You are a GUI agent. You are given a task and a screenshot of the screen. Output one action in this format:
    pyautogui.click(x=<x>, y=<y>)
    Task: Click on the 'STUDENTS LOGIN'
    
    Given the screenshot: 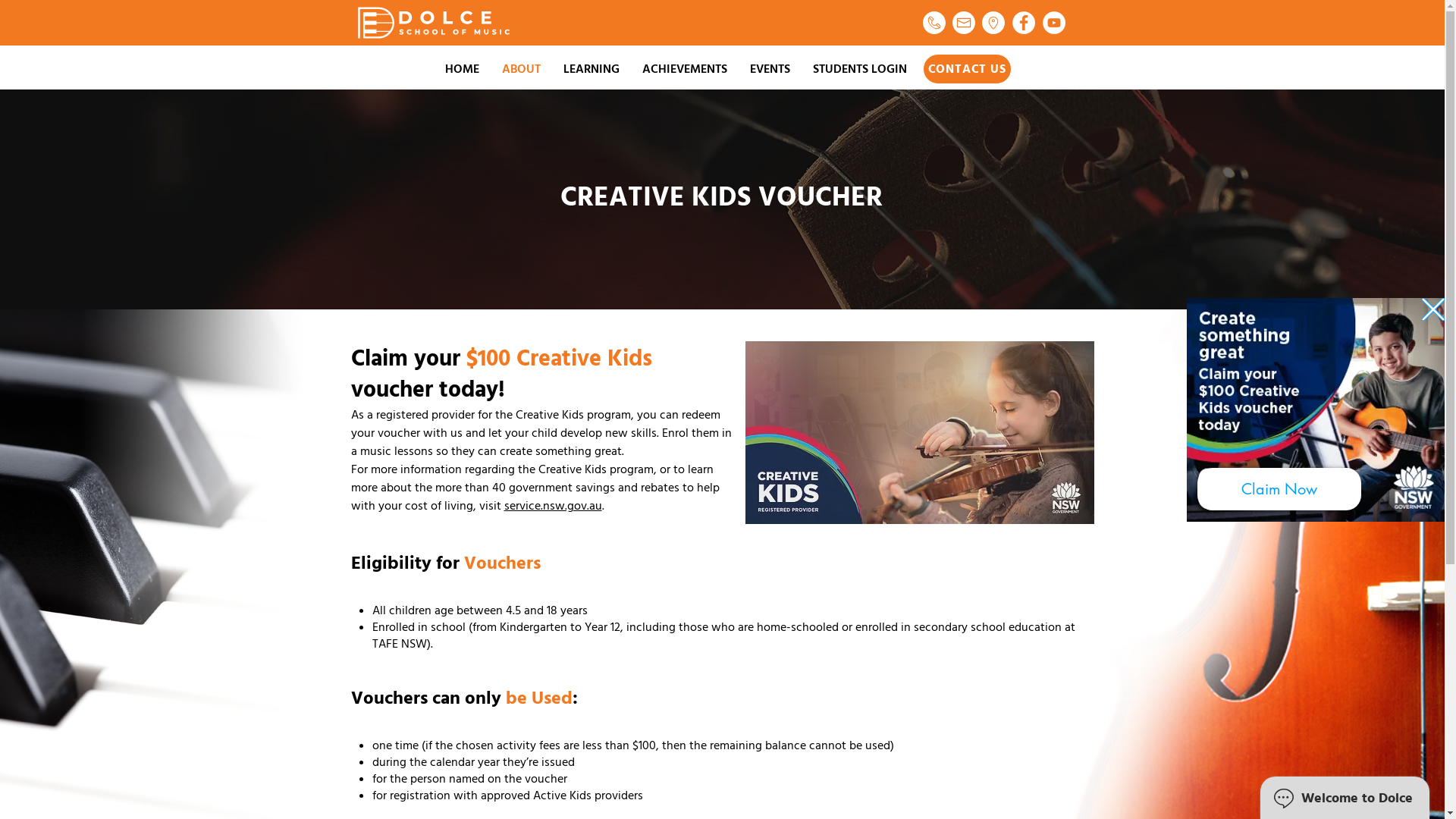 What is the action you would take?
    pyautogui.click(x=858, y=69)
    